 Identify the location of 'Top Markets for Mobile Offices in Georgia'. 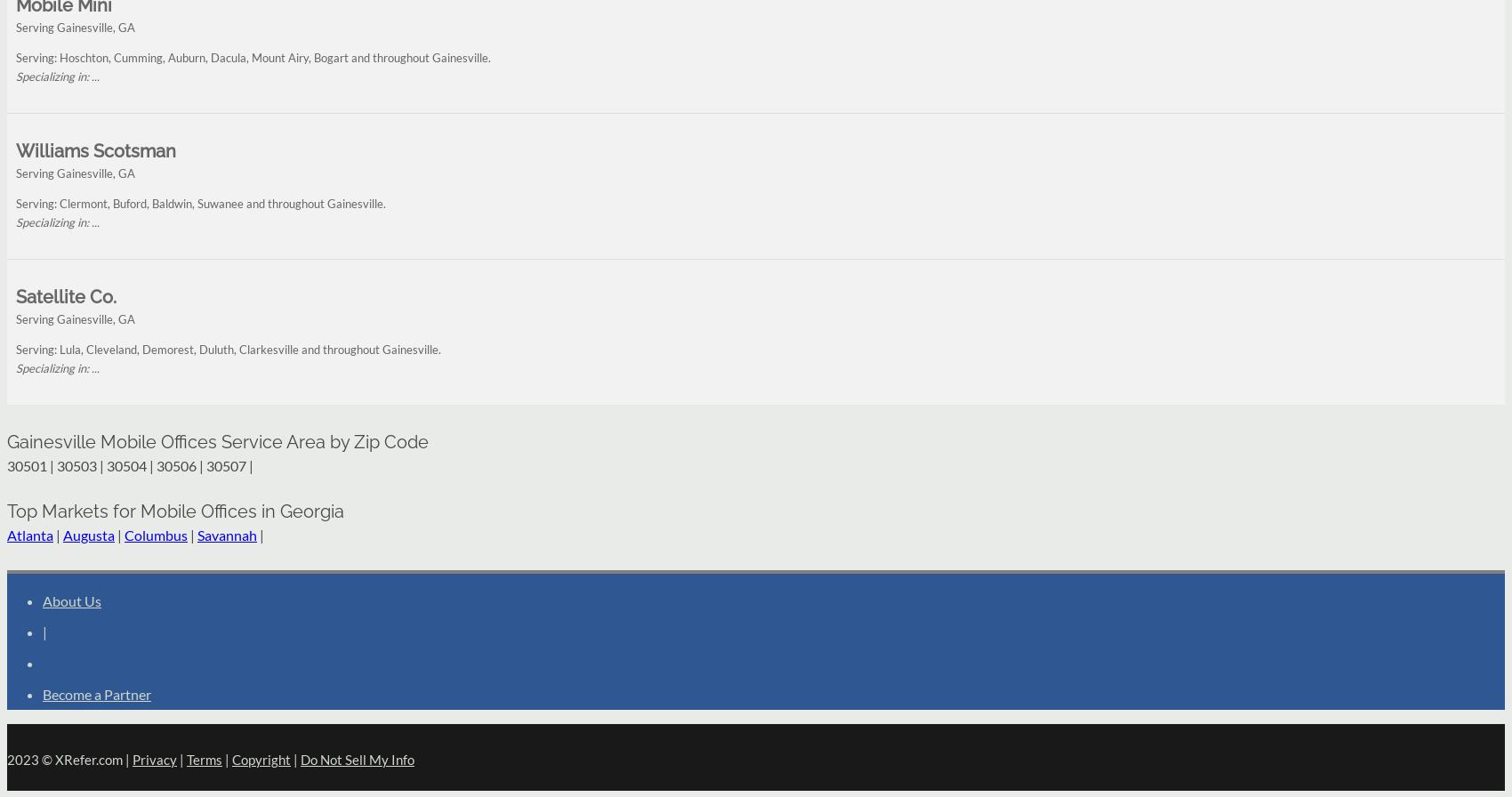
(174, 510).